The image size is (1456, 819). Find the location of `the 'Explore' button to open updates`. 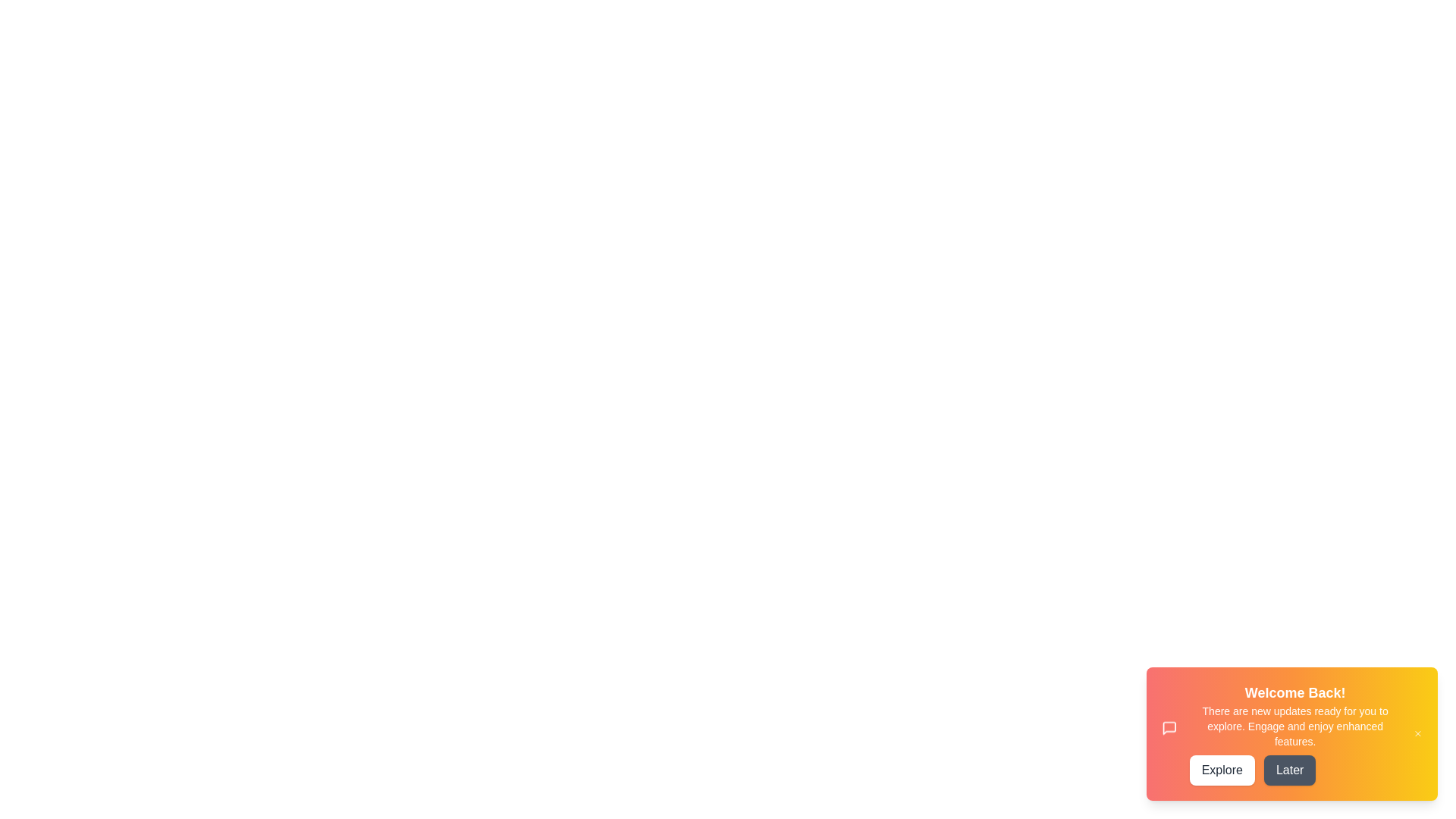

the 'Explore' button to open updates is located at coordinates (1222, 770).